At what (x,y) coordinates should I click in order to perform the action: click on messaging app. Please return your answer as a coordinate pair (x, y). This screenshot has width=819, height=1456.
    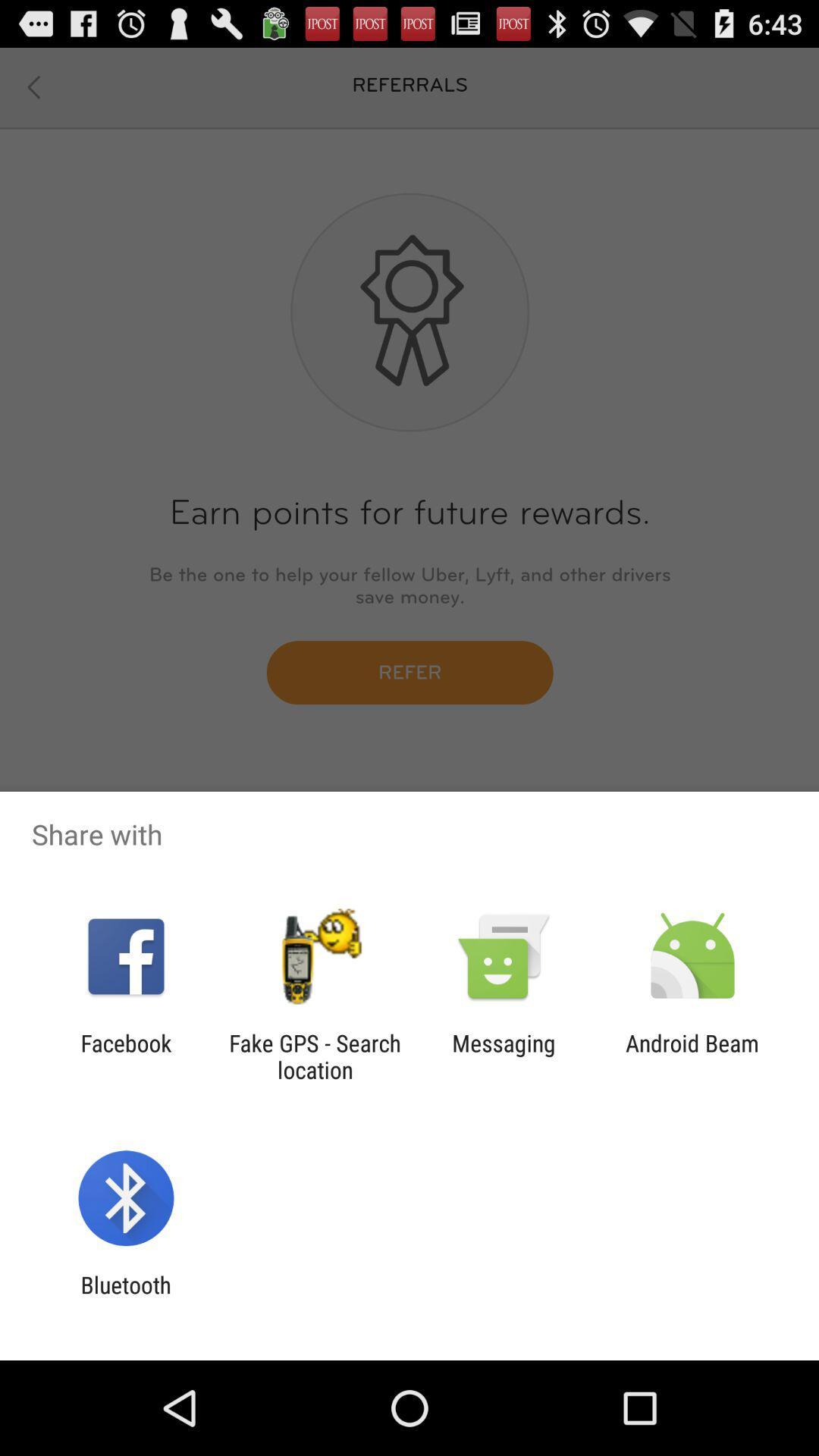
    Looking at the image, I should click on (504, 1056).